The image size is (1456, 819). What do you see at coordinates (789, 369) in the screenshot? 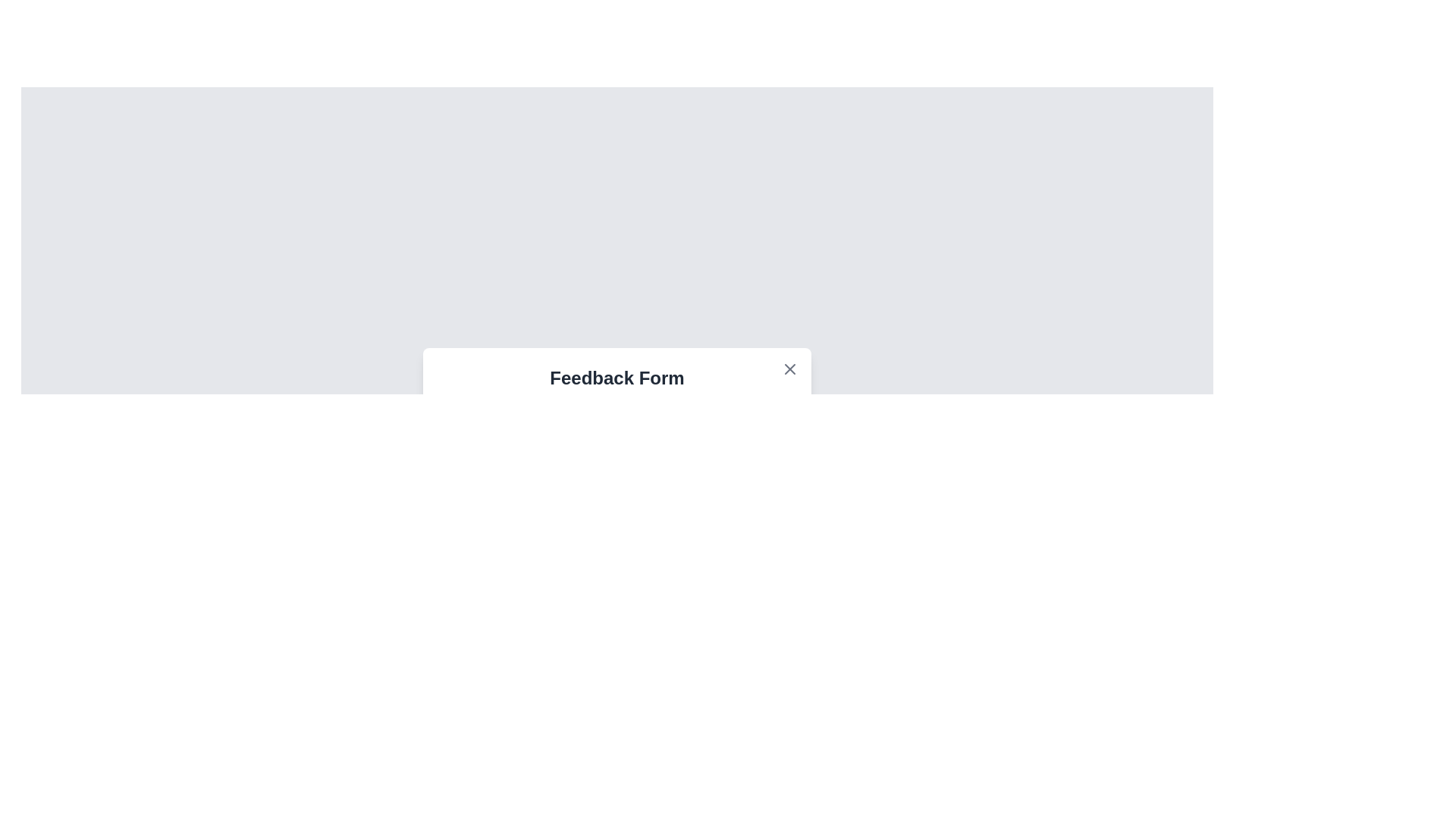
I see `the close button located at the top-right corner of the 'Feedback Form' modal` at bounding box center [789, 369].